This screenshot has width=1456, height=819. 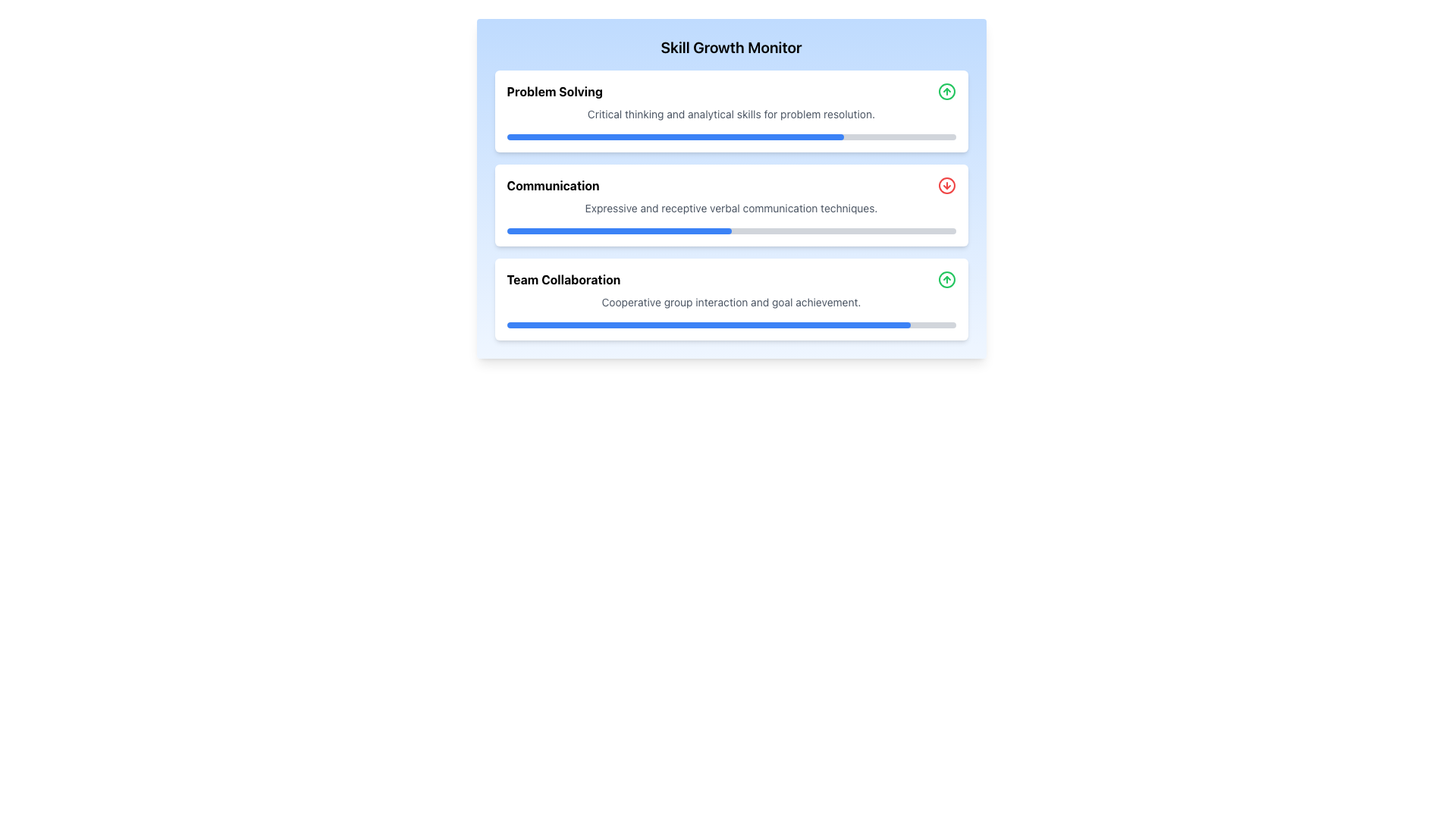 What do you see at coordinates (946, 91) in the screenshot?
I see `the green-bordered circle in the top-right corner of the 'Problem Solving' skill entry, which is part of an SVG icon indicating progress or improvement` at bounding box center [946, 91].